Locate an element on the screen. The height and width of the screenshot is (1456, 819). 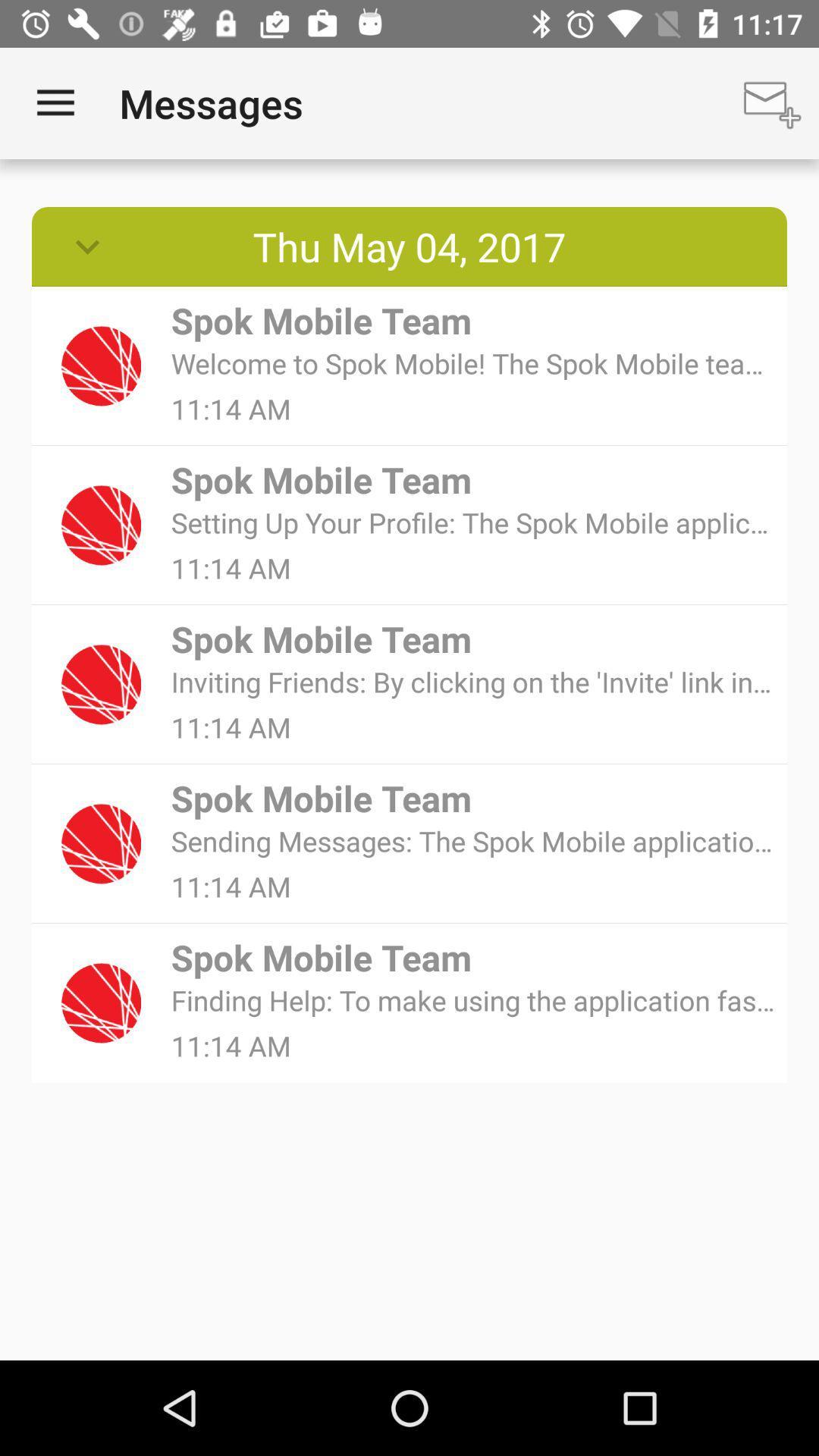
the inviting friends by is located at coordinates (473, 681).